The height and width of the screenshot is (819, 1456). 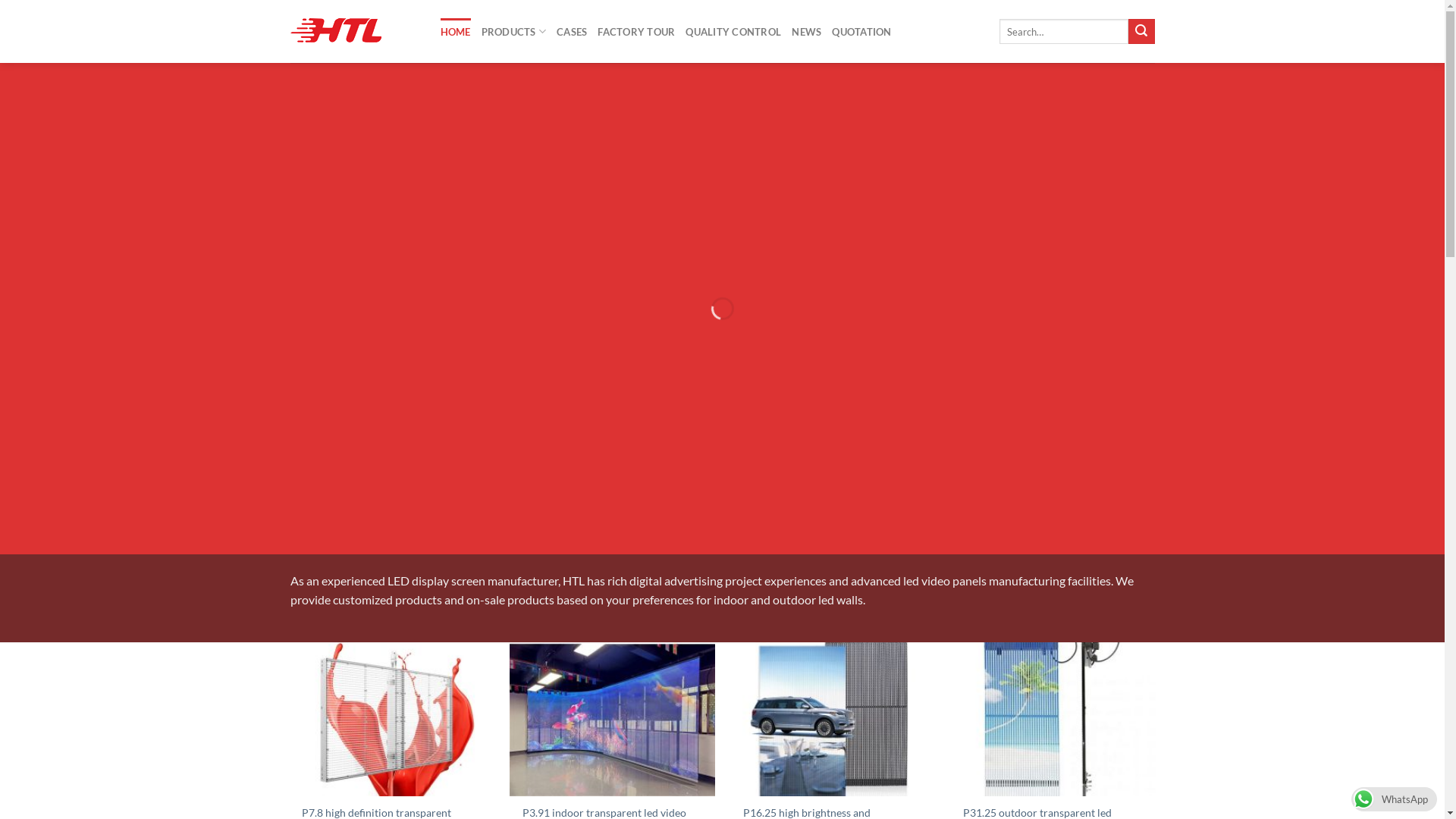 I want to click on 'PRODUCTS', so click(x=513, y=31).